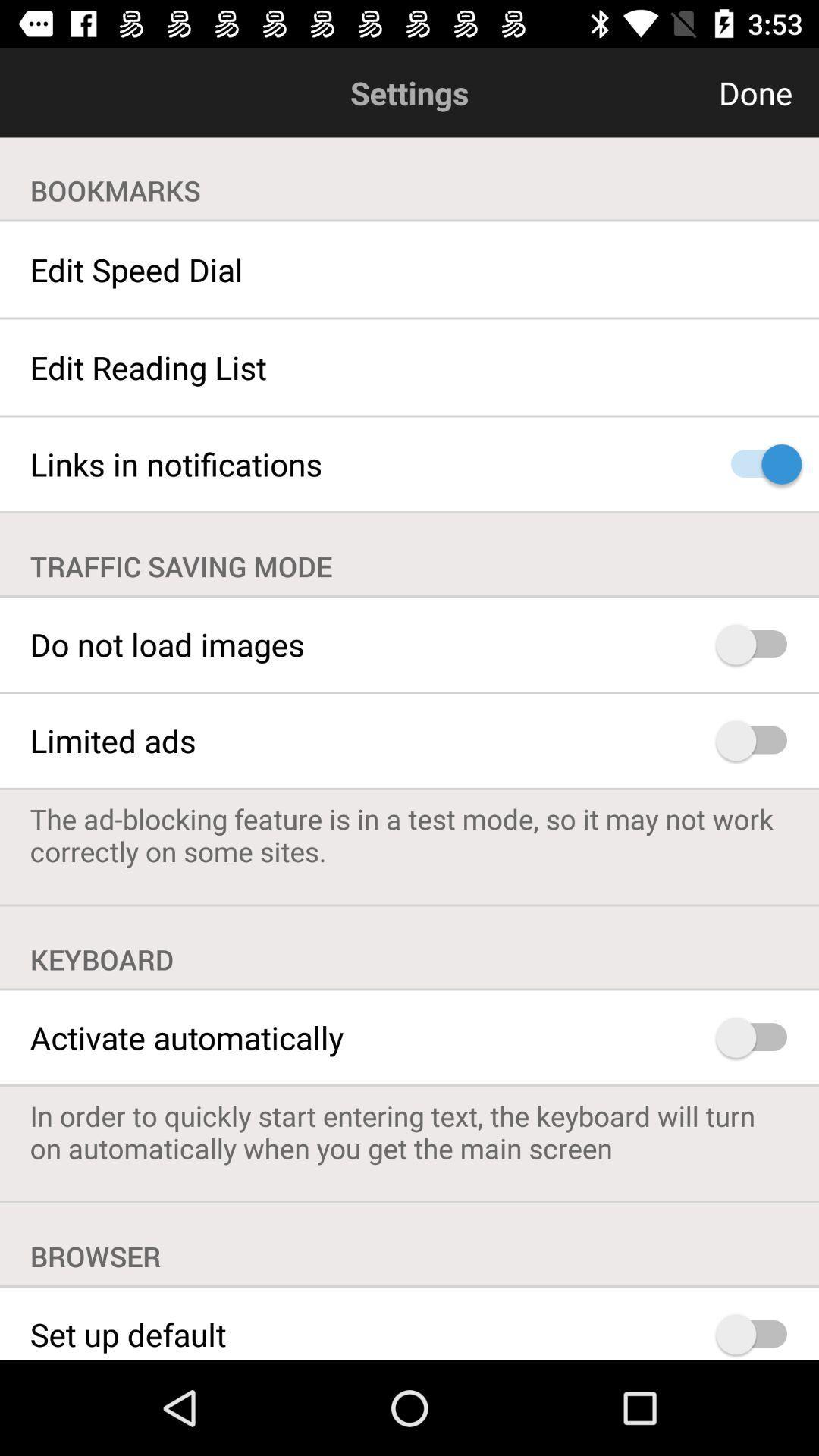 Image resolution: width=819 pixels, height=1456 pixels. I want to click on activate keyboard automatically, so click(758, 1037).